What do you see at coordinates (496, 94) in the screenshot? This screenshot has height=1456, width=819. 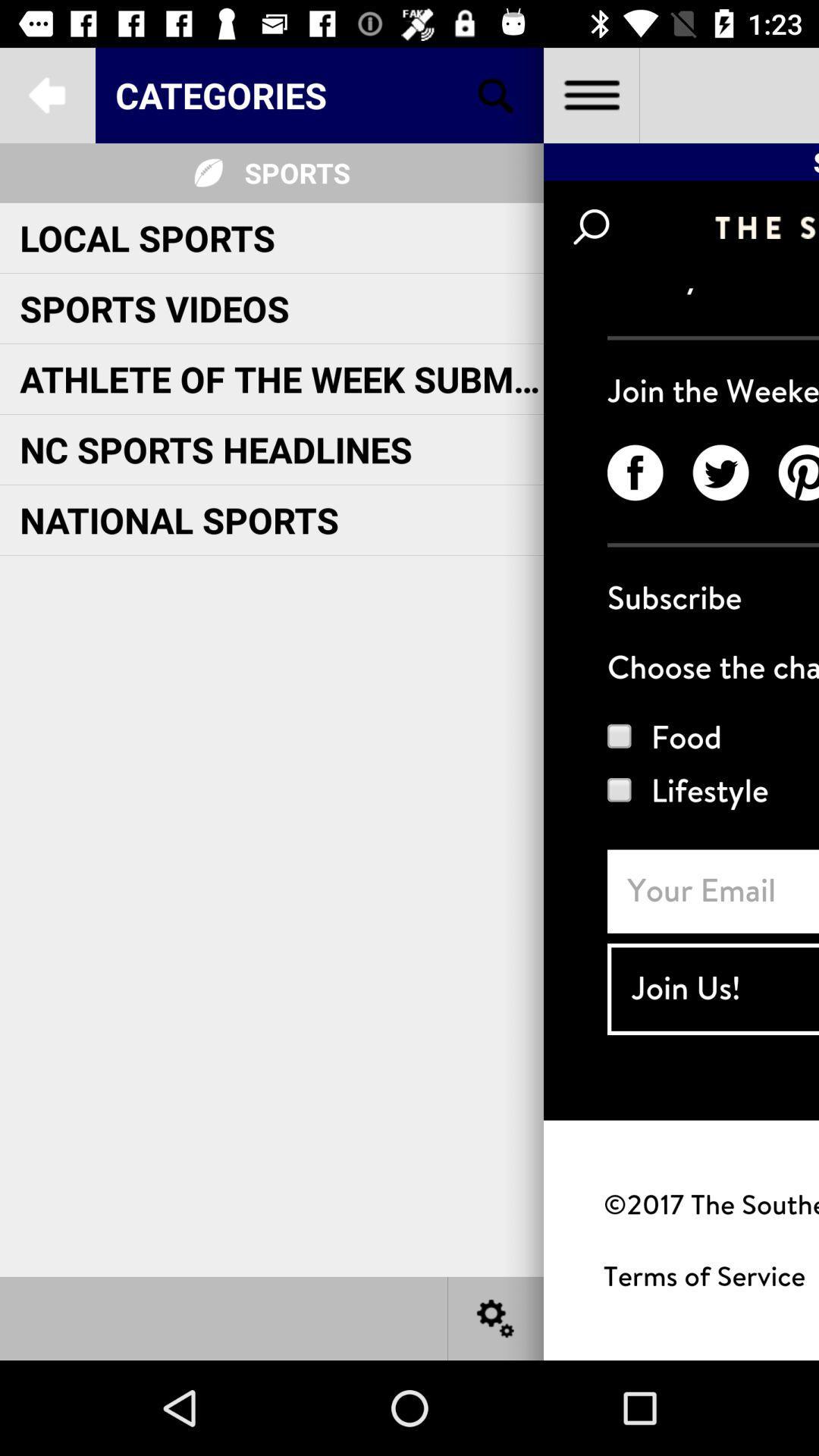 I see `the search icon` at bounding box center [496, 94].